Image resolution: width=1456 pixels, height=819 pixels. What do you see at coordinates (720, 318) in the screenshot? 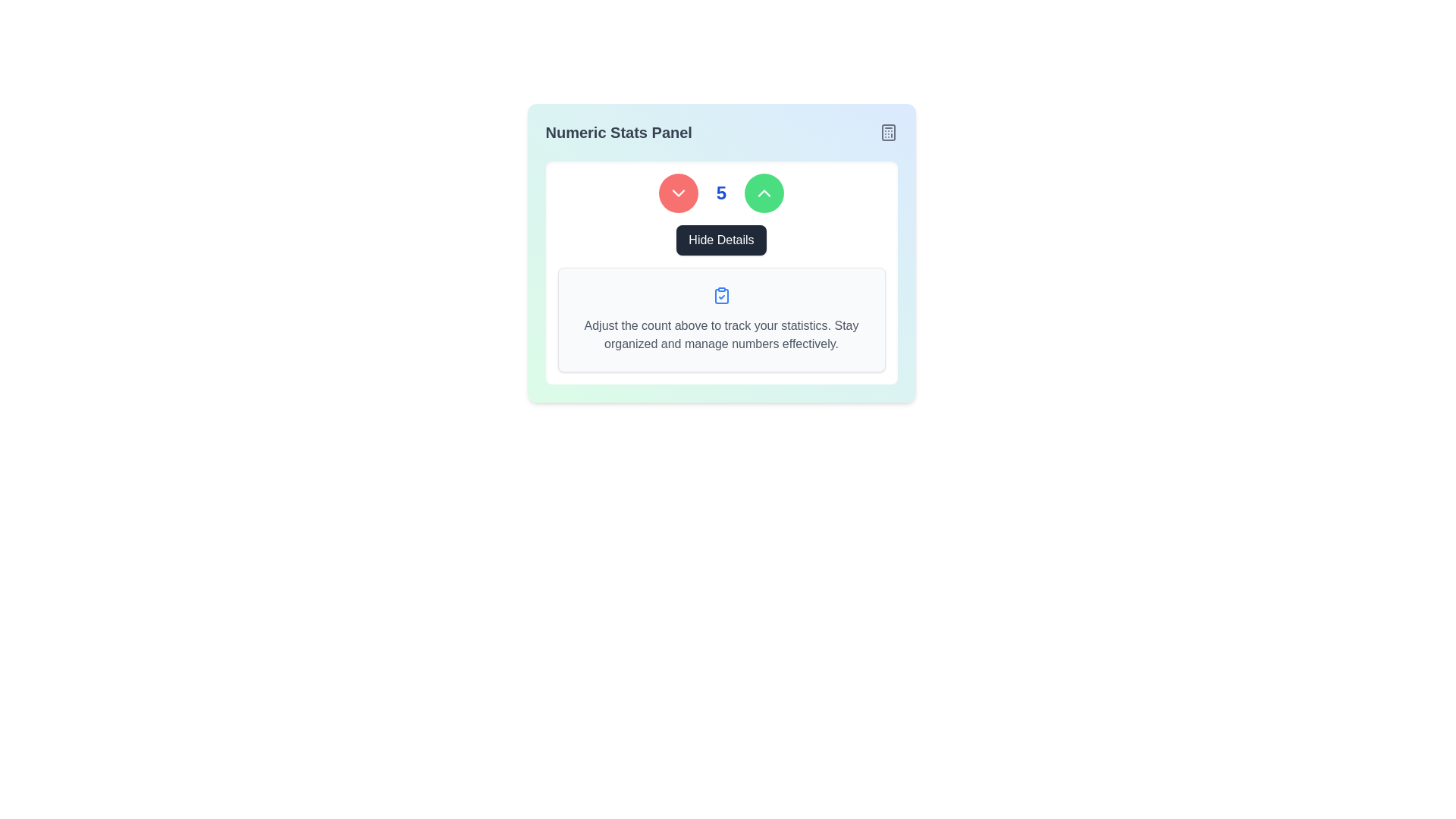
I see `the informational panel text block that provides guidance about the numeric counter, located below the numeric counter and 'Hide Details' button` at bounding box center [720, 318].